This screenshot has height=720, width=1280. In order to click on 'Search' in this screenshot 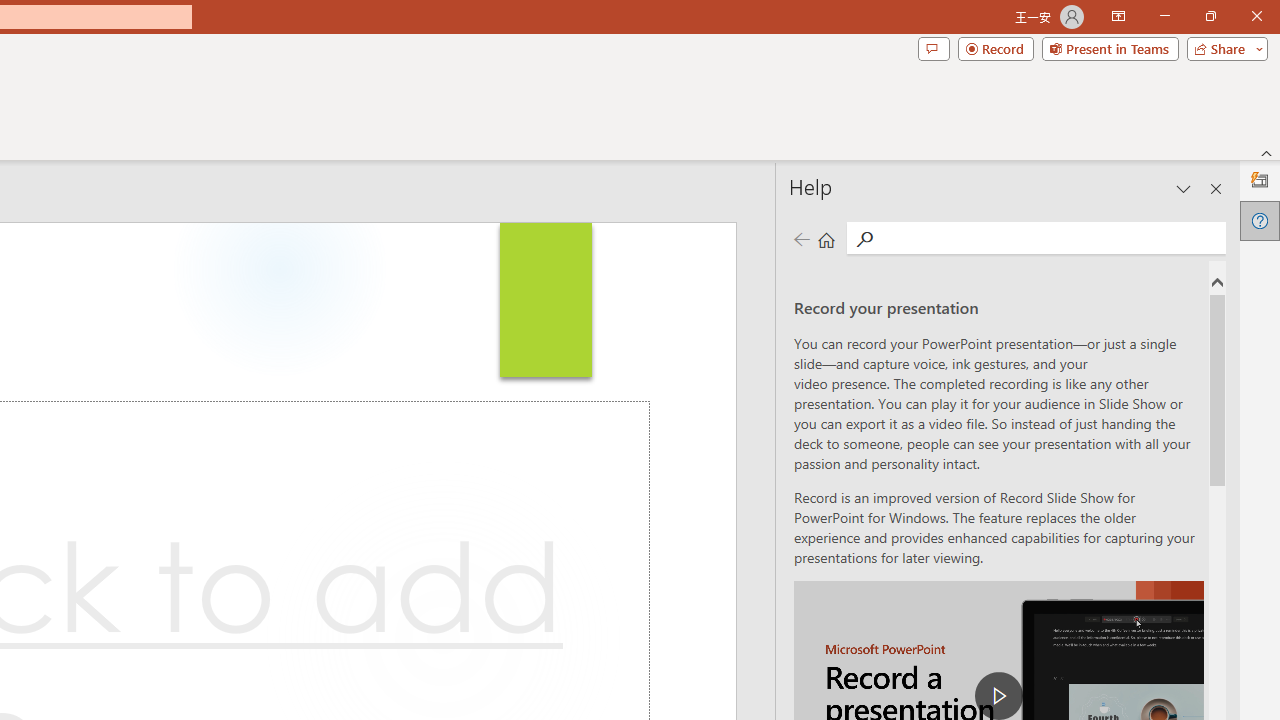, I will do `click(1049, 236)`.